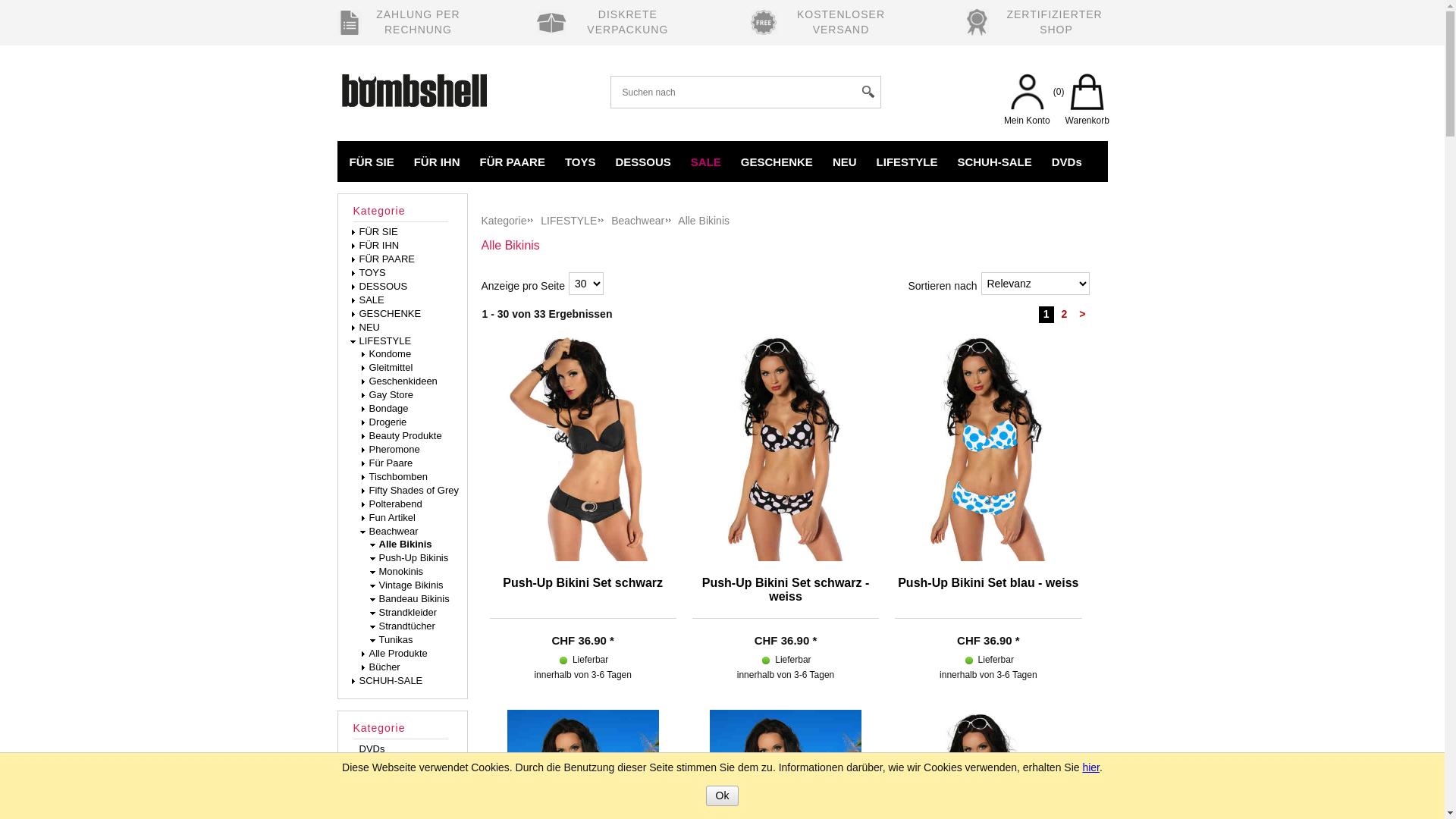 The image size is (1456, 819). Describe the element at coordinates (391, 367) in the screenshot. I see `' Gleitmittel'` at that location.